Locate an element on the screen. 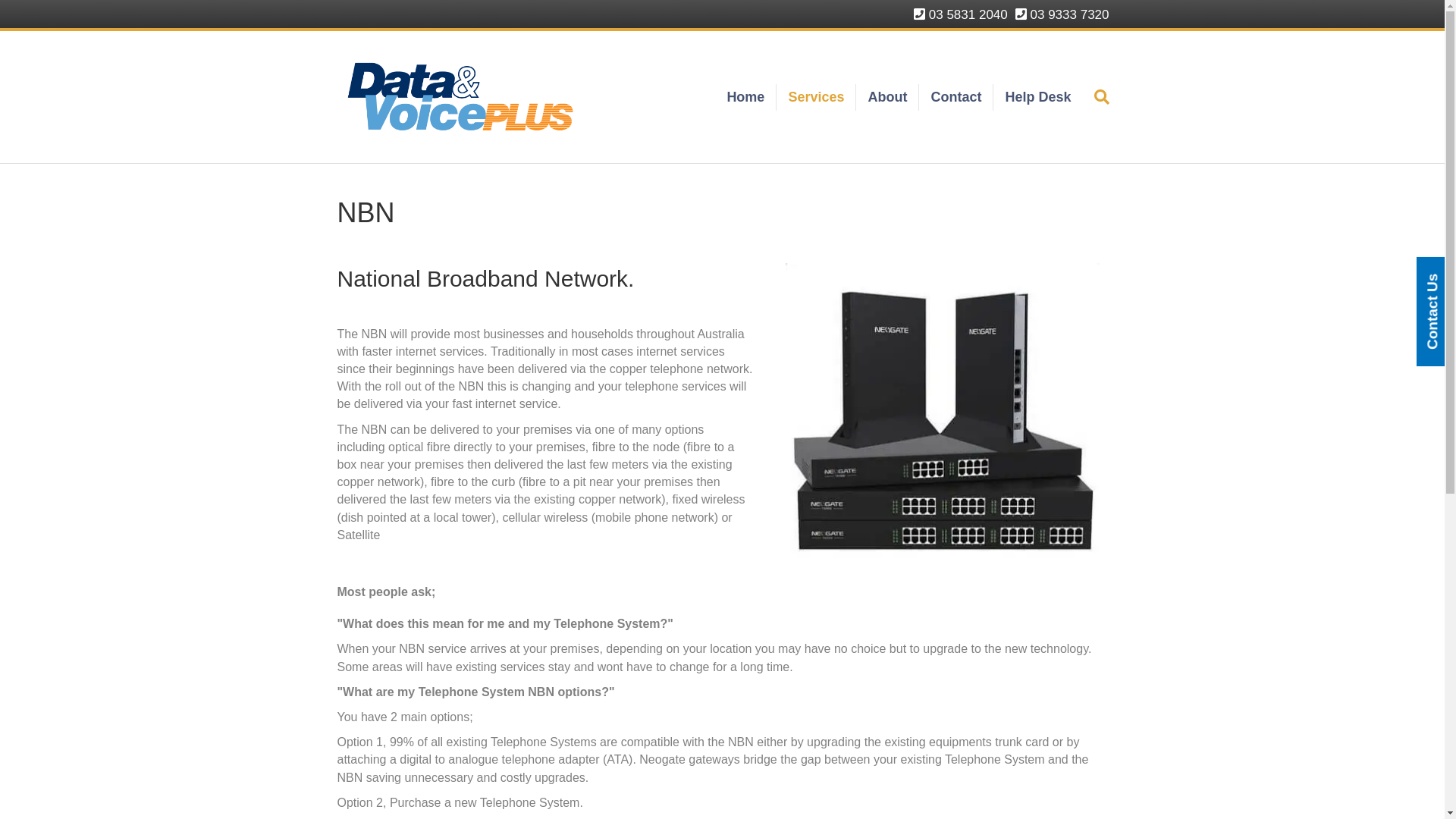 The height and width of the screenshot is (819, 1456). 'neogate VOIP telephone adaptor' is located at coordinates (942, 415).